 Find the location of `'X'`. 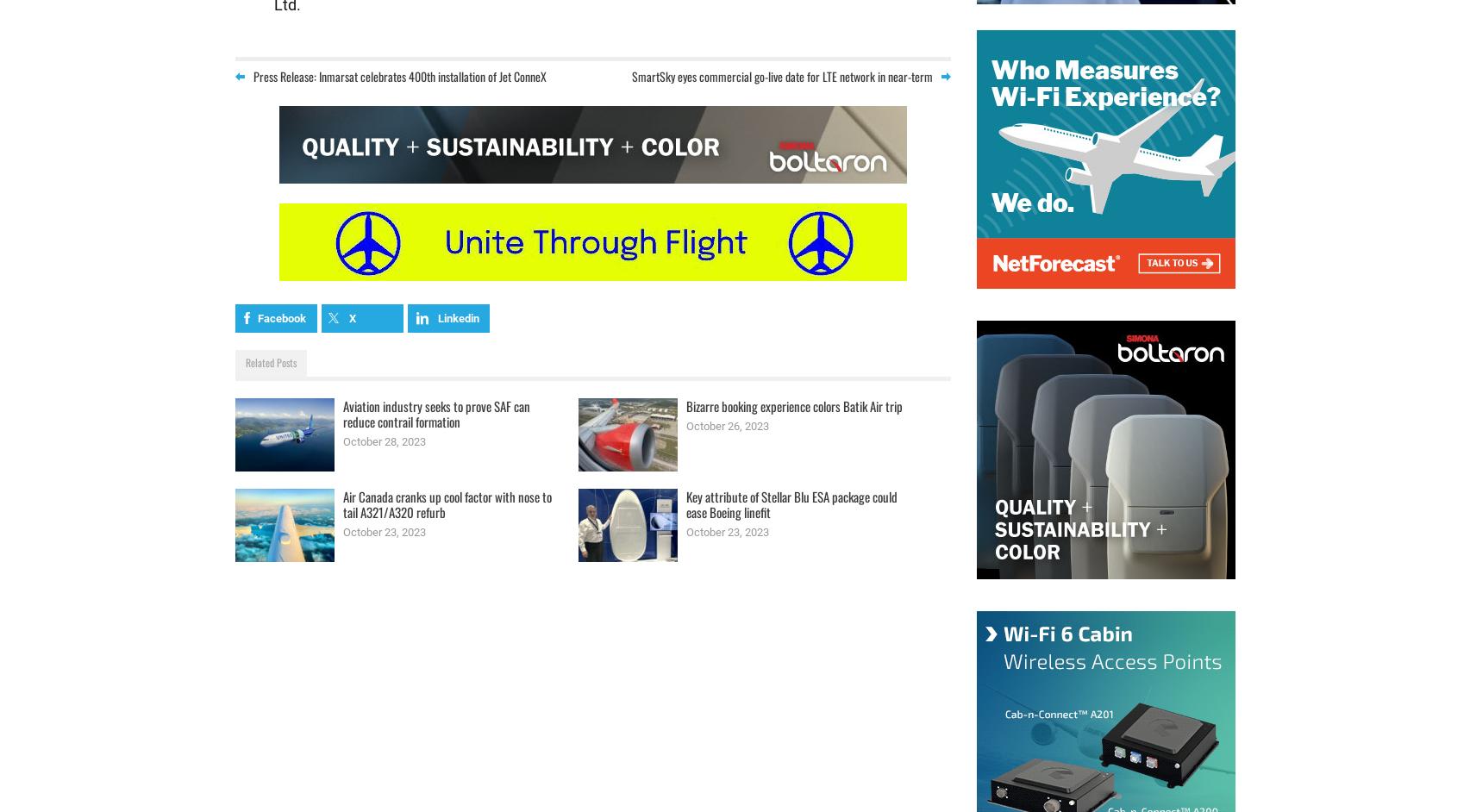

'X' is located at coordinates (351, 316).